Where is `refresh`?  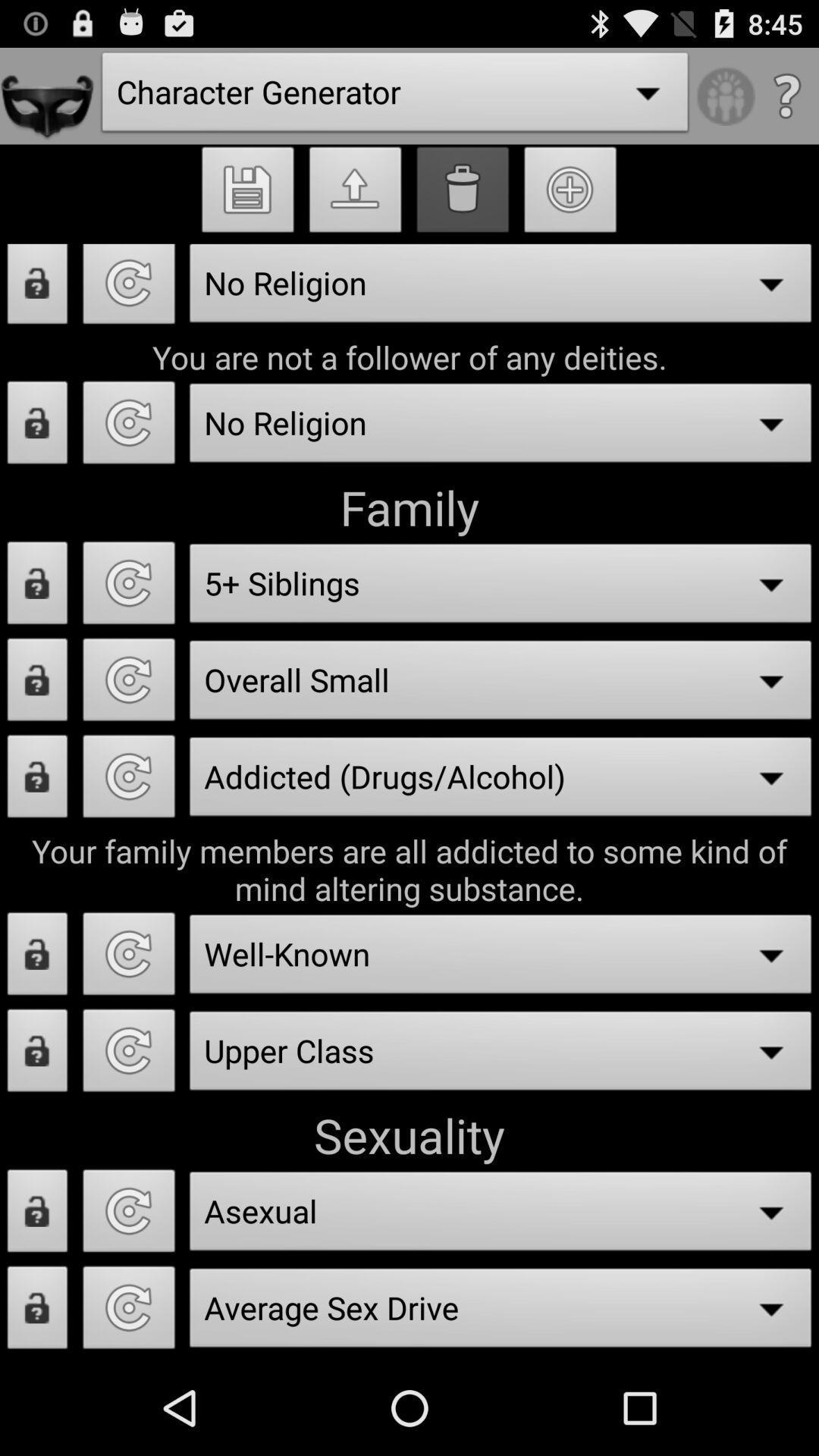
refresh is located at coordinates (128, 1215).